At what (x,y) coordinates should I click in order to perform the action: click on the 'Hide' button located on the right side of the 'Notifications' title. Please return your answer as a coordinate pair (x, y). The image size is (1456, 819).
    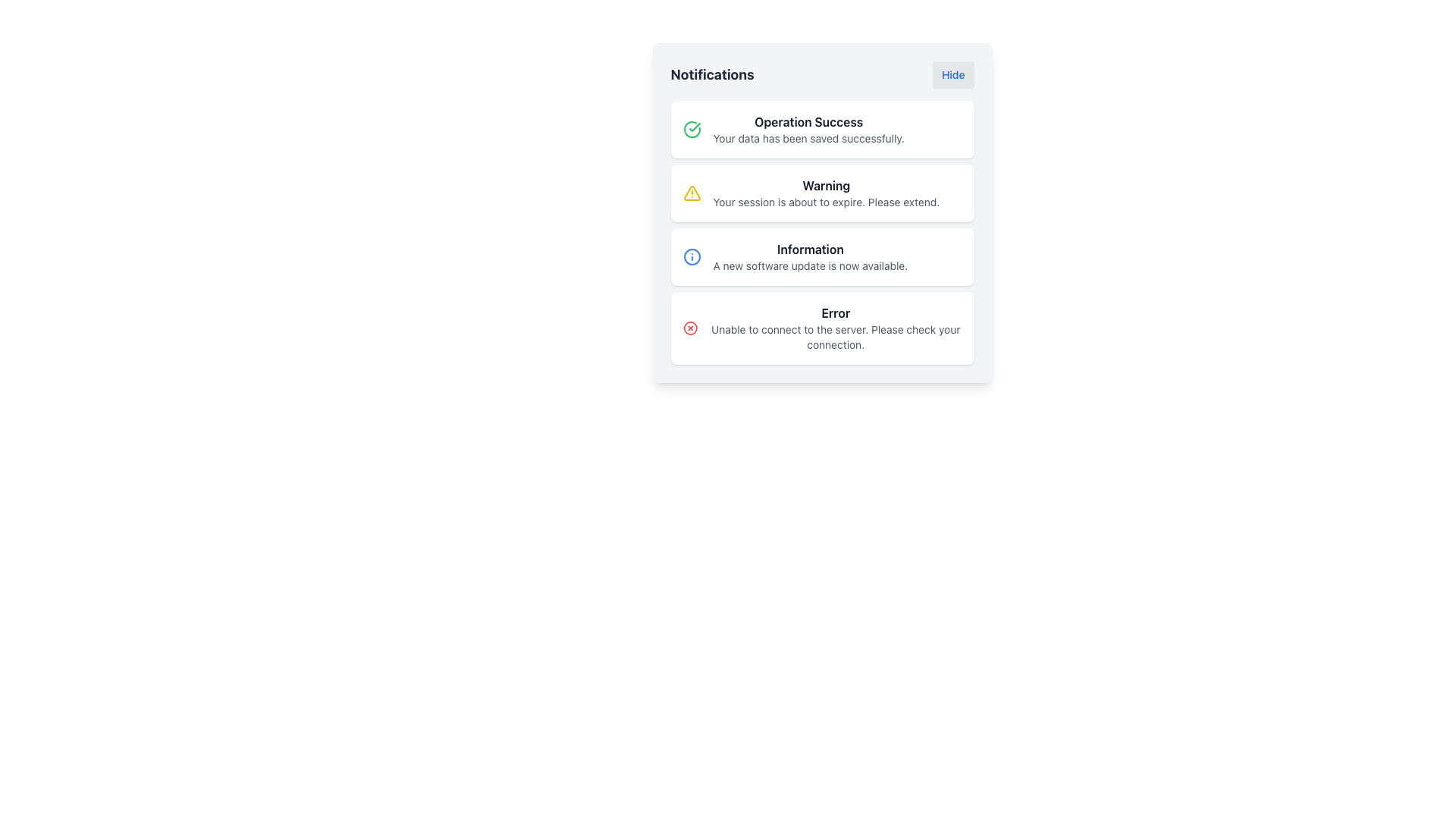
    Looking at the image, I should click on (821, 75).